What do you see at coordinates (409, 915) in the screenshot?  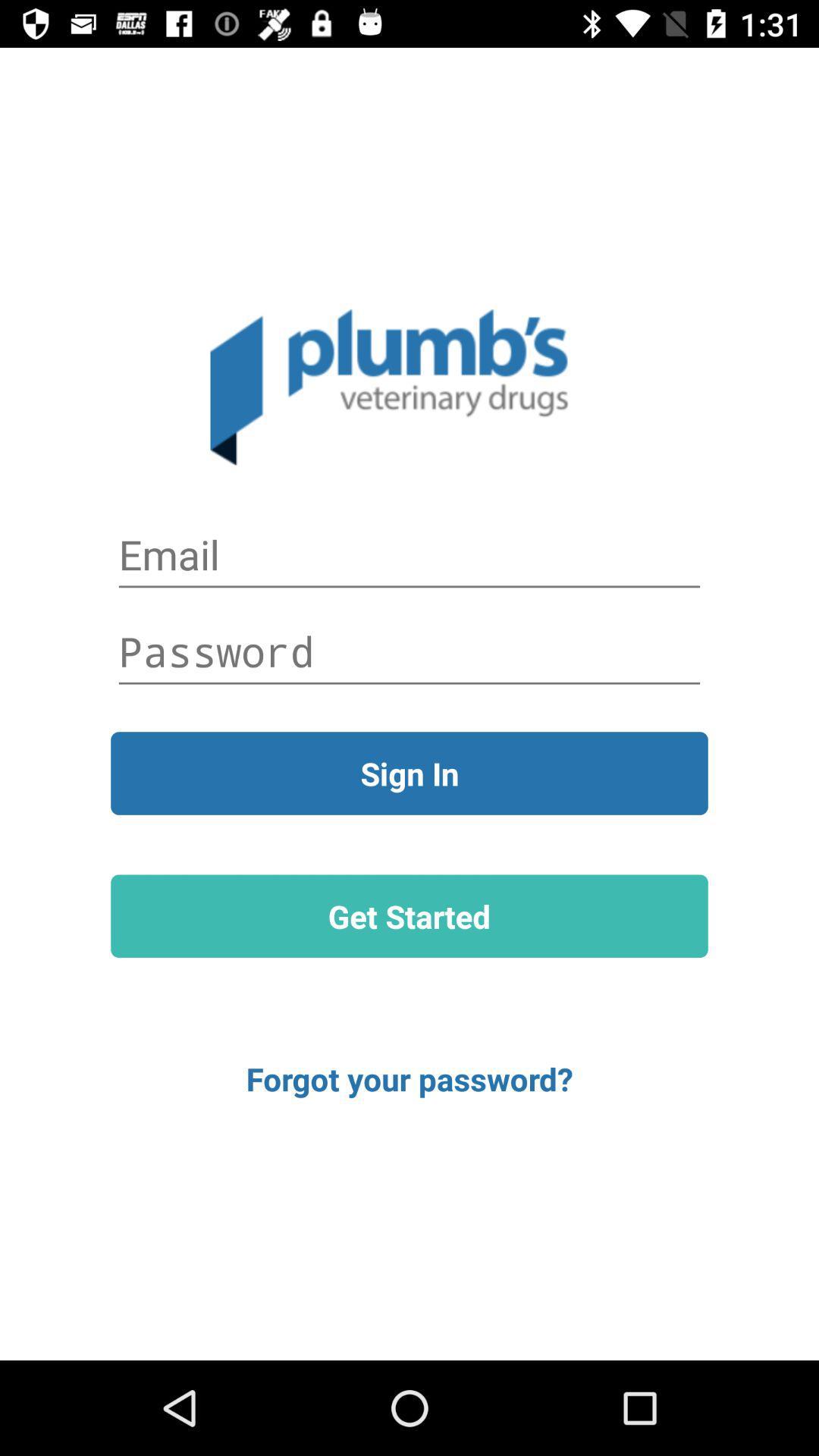 I see `the icon above the forgot your password? item` at bounding box center [409, 915].